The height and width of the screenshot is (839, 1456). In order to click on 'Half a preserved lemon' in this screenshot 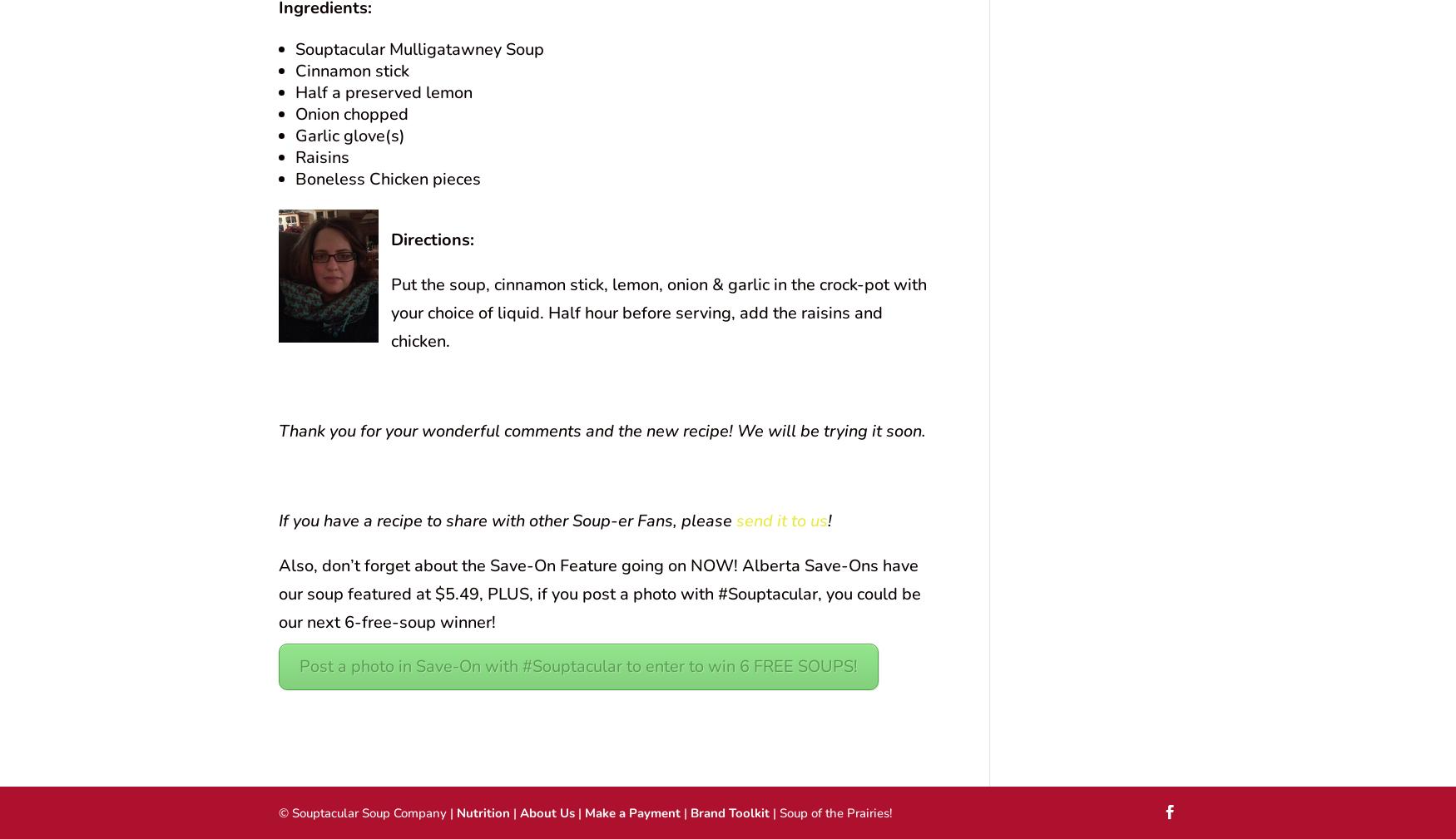, I will do `click(384, 91)`.